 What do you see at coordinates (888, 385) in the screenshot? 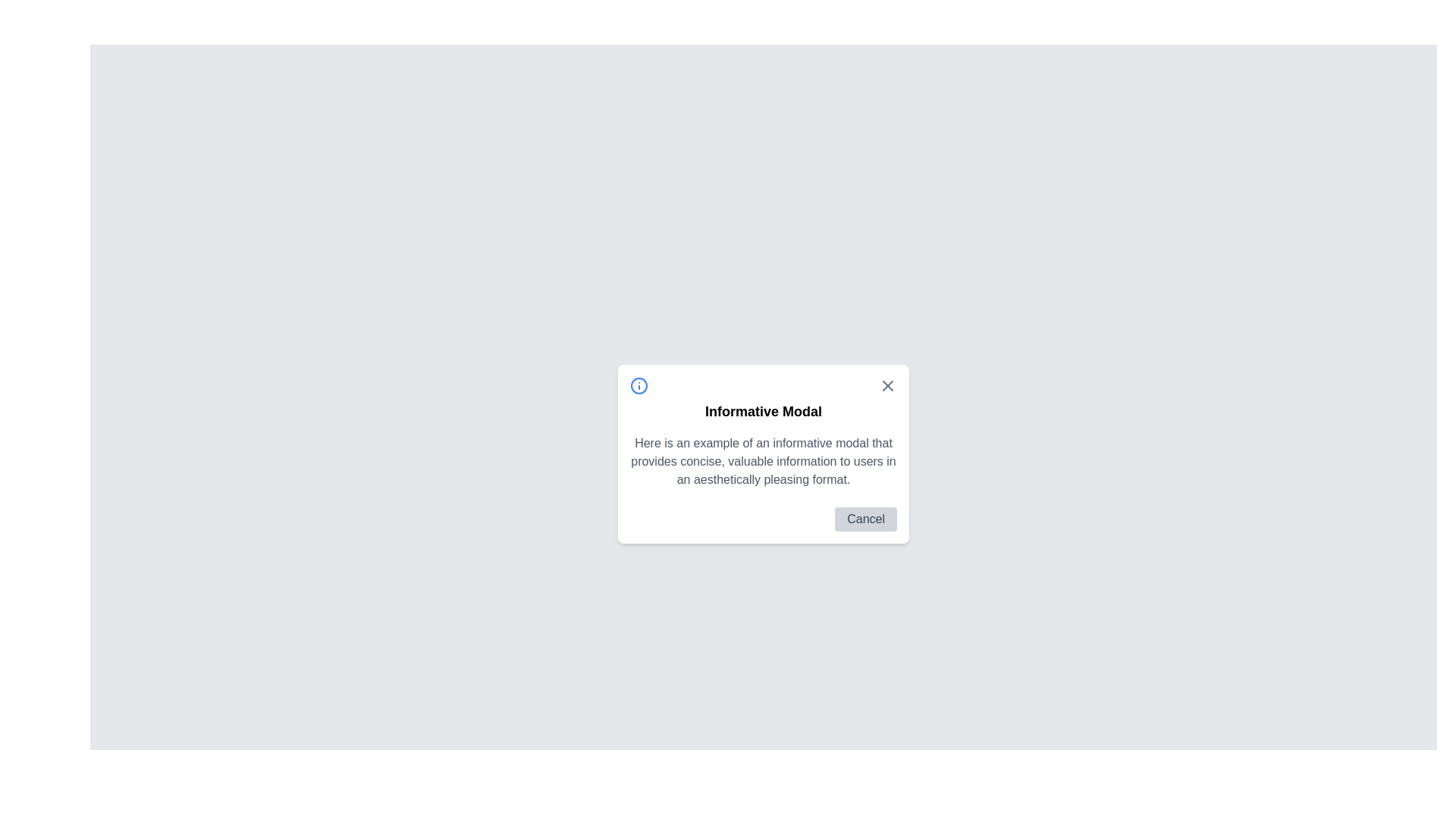
I see `the close button located in the upper-right corner of the modal dialog to change its color` at bounding box center [888, 385].